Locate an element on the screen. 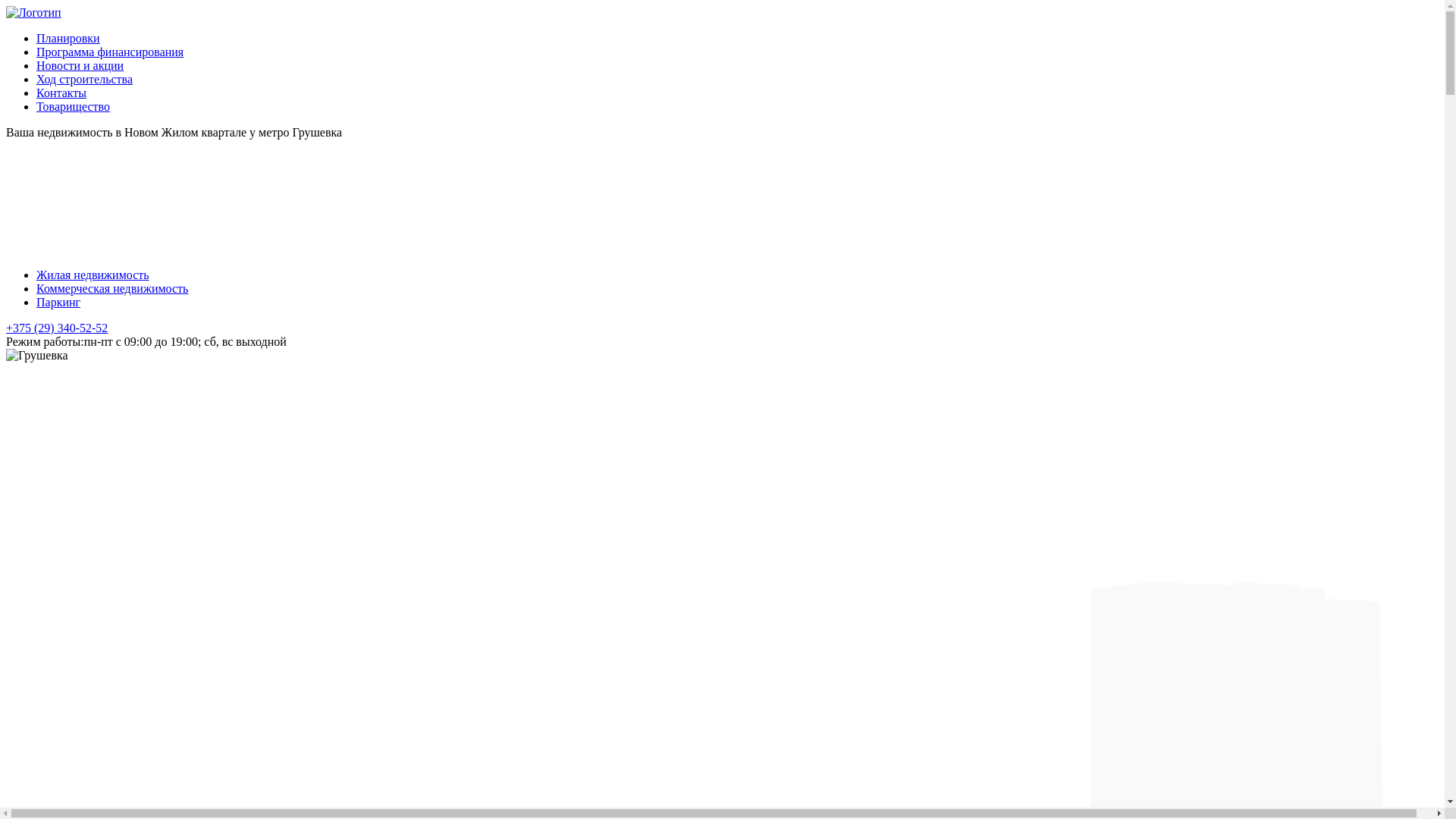 Image resolution: width=1456 pixels, height=819 pixels. '+375 (29) 340-52-52' is located at coordinates (57, 327).